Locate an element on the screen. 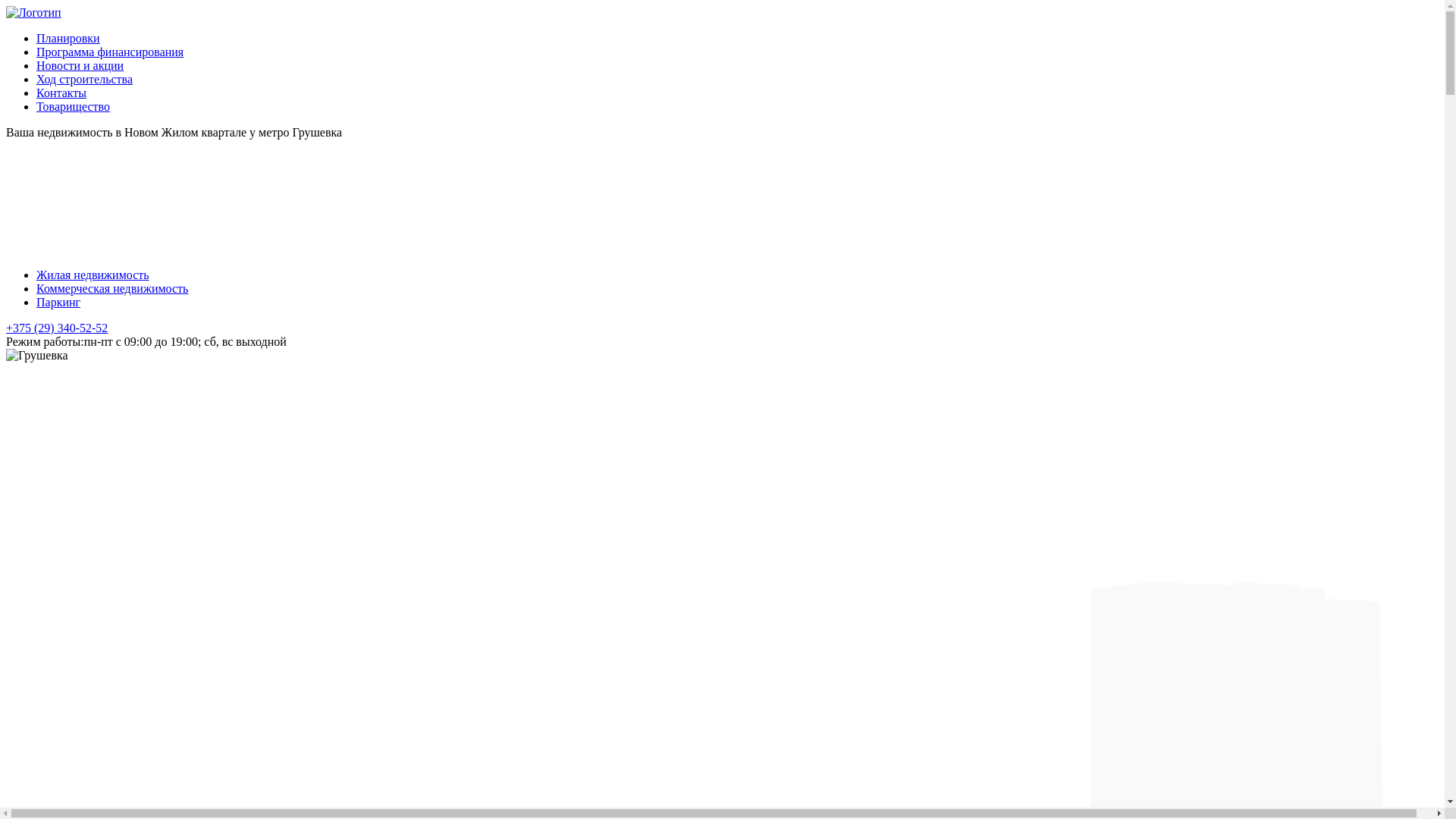 Image resolution: width=1456 pixels, height=819 pixels. '+375 (29) 340-52-52' is located at coordinates (57, 327).